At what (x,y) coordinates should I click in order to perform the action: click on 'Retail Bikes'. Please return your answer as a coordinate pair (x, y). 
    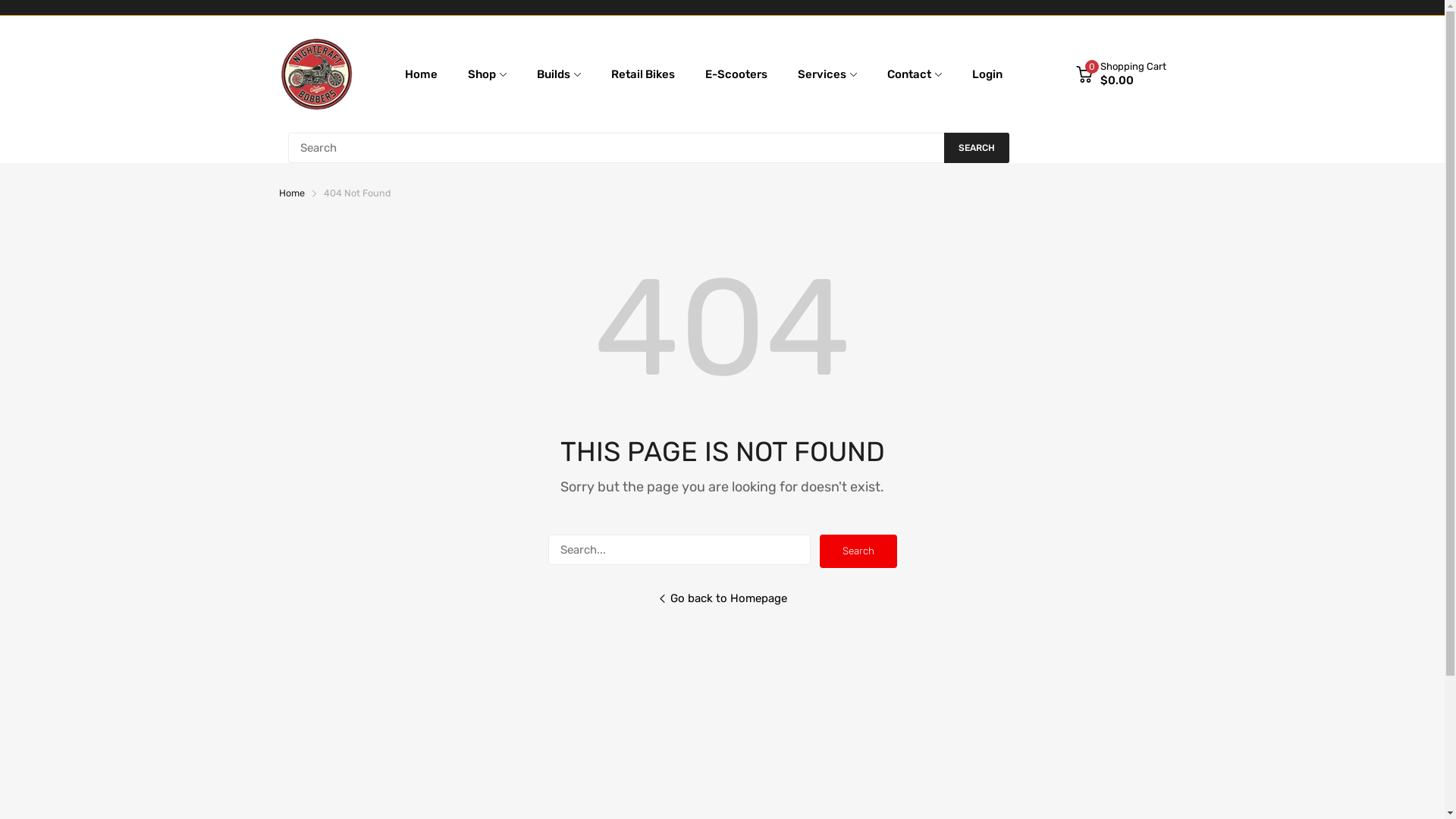
    Looking at the image, I should click on (643, 74).